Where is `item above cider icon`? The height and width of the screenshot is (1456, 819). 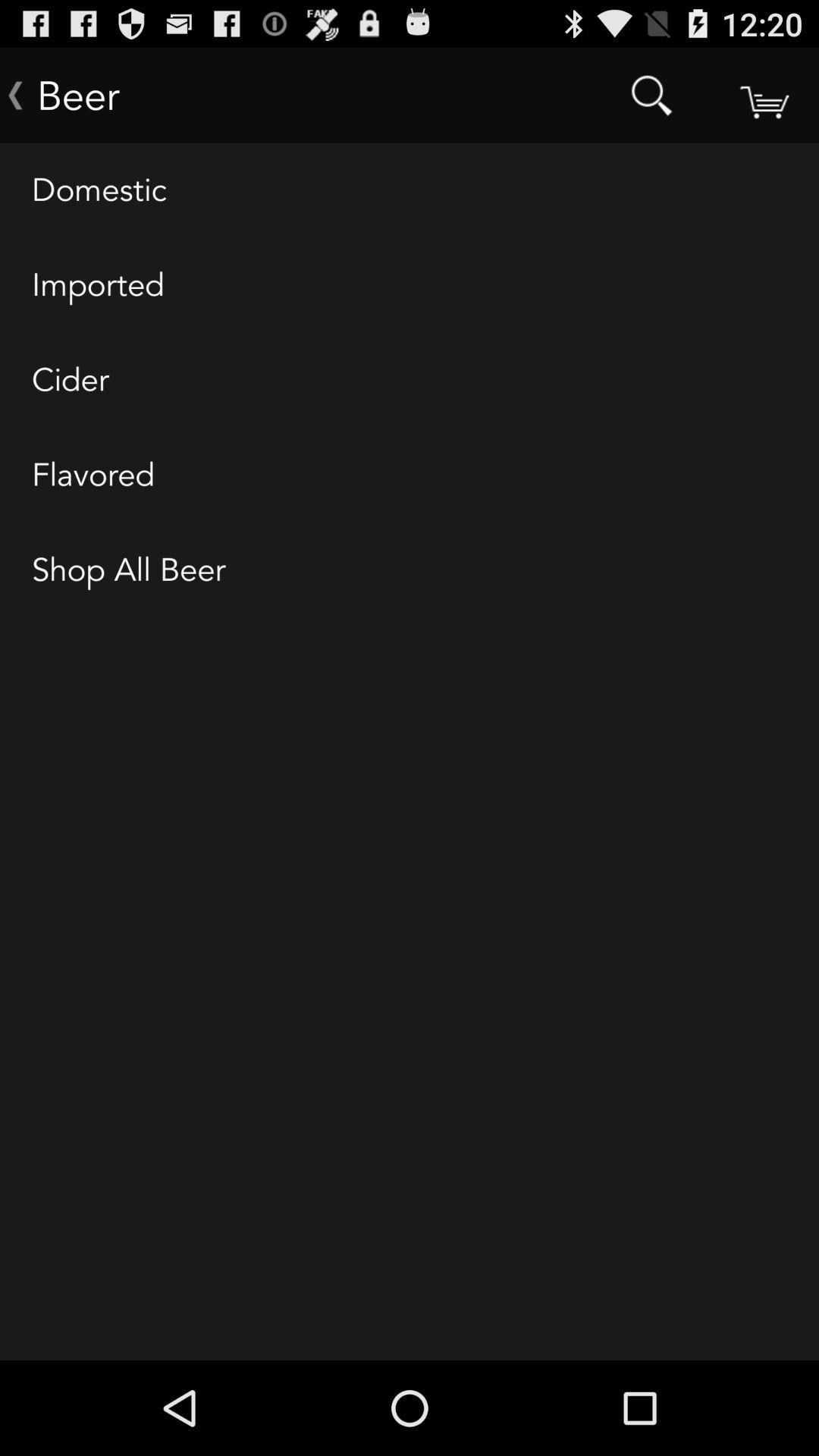 item above cider icon is located at coordinates (409, 286).